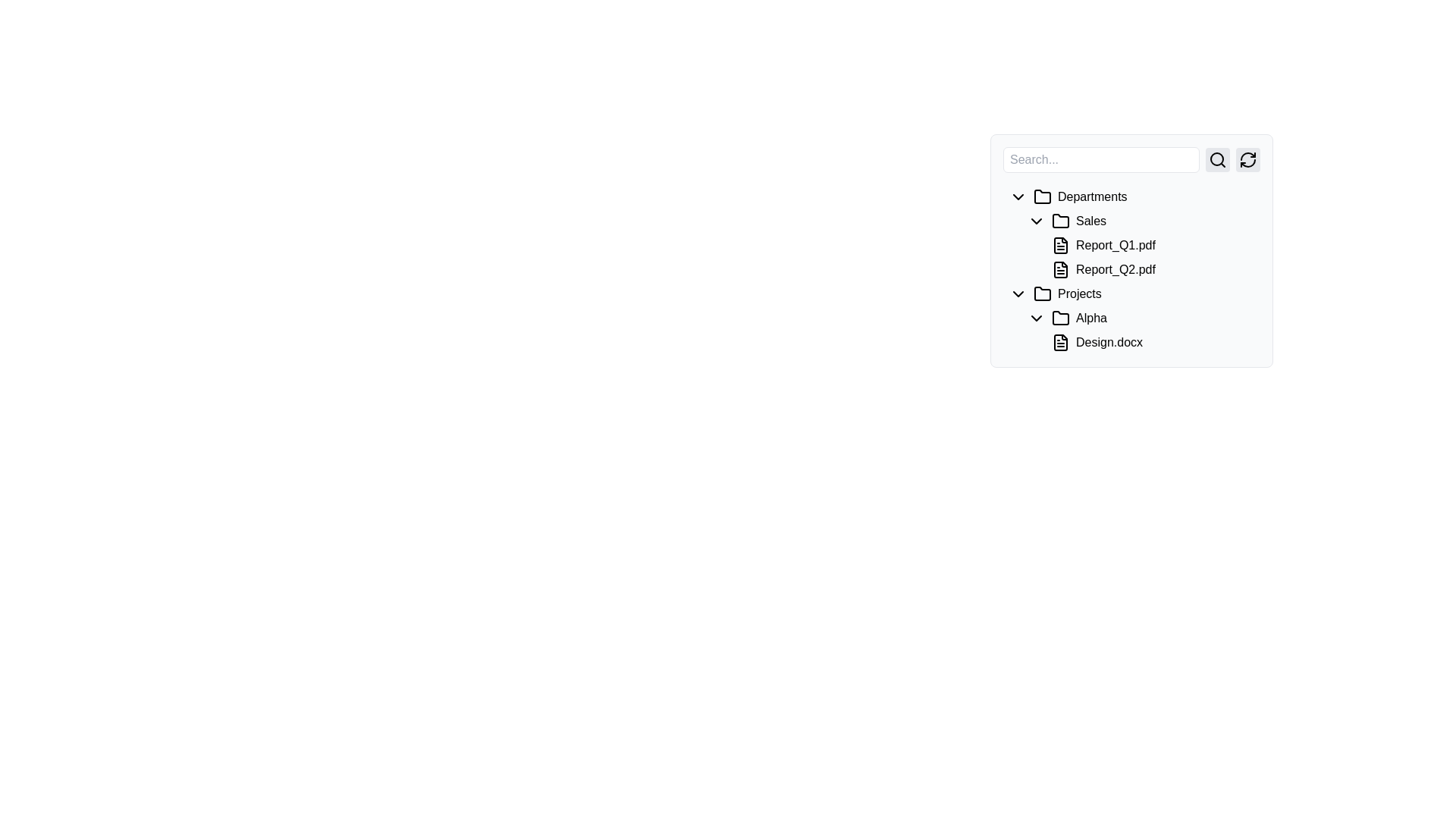 The height and width of the screenshot is (819, 1456). I want to click on the document icon styled with clean lines and a folded corner, located next to the label 'Design.docx', so click(1059, 342).